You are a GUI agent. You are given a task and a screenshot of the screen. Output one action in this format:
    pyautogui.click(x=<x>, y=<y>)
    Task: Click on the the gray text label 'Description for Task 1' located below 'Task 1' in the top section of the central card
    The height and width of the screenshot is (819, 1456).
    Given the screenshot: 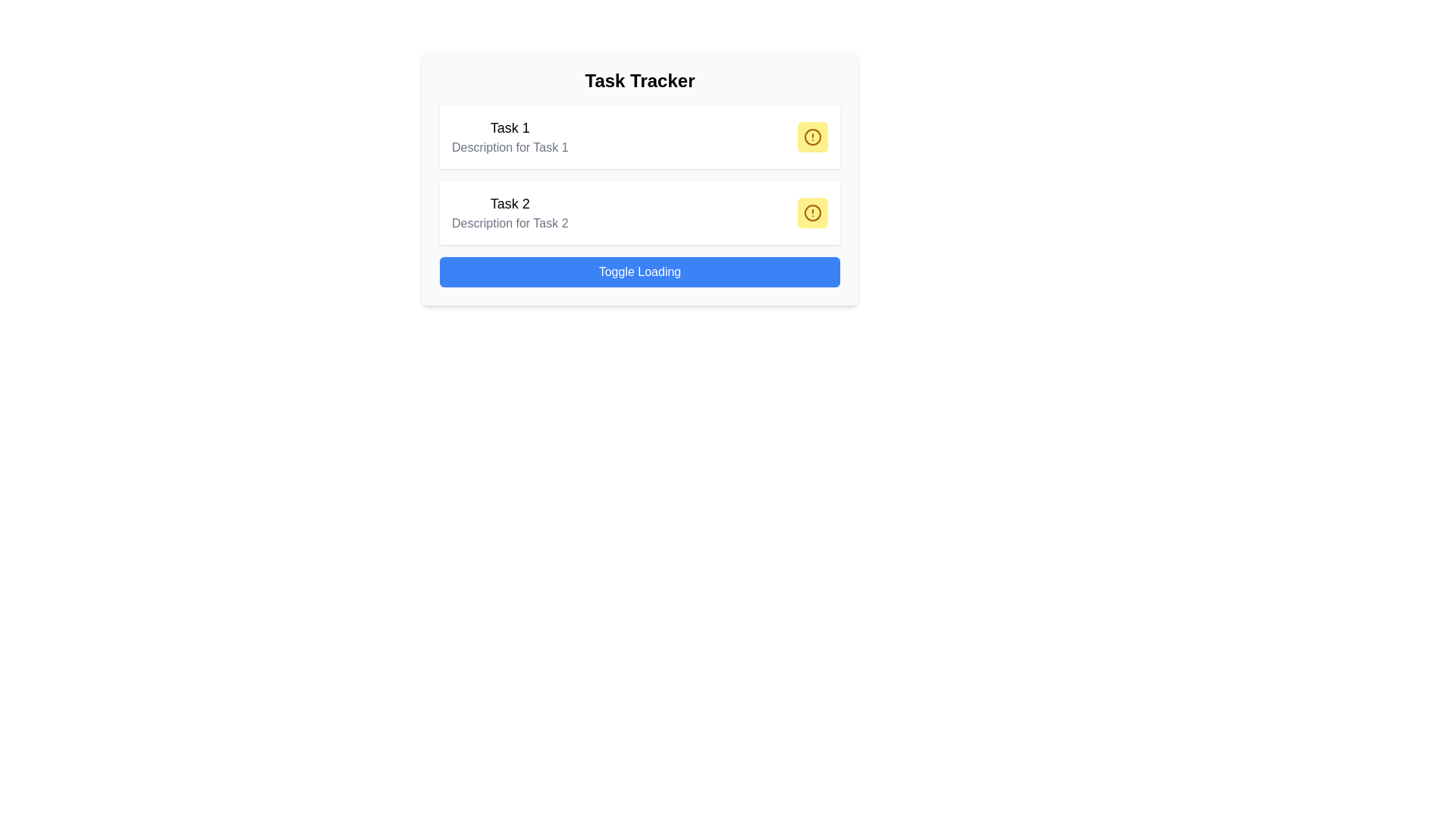 What is the action you would take?
    pyautogui.click(x=510, y=148)
    